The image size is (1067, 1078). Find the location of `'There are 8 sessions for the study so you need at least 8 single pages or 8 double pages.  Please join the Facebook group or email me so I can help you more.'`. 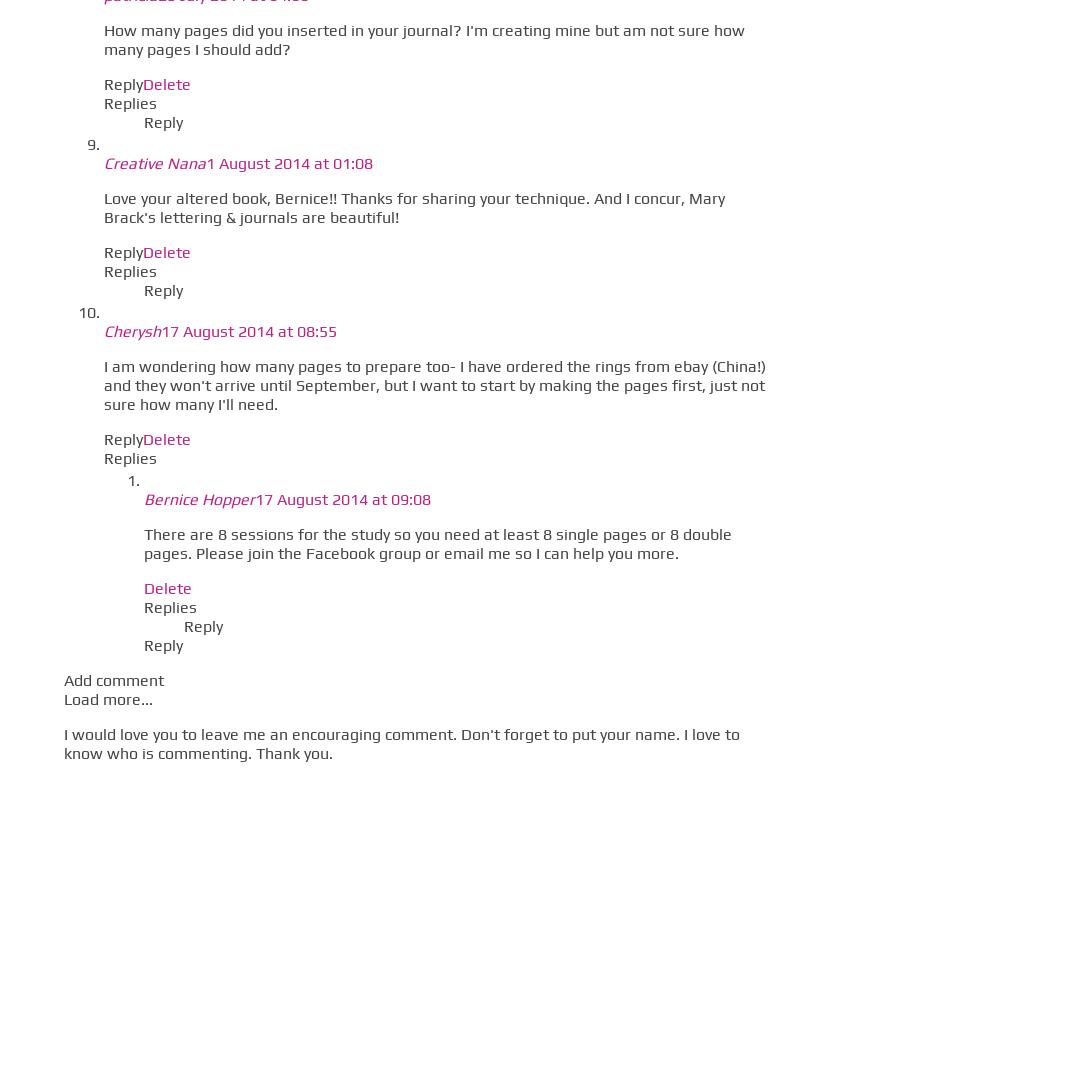

'There are 8 sessions for the study so you need at least 8 single pages or 8 double pages.  Please join the Facebook group or email me so I can help you more.' is located at coordinates (143, 542).